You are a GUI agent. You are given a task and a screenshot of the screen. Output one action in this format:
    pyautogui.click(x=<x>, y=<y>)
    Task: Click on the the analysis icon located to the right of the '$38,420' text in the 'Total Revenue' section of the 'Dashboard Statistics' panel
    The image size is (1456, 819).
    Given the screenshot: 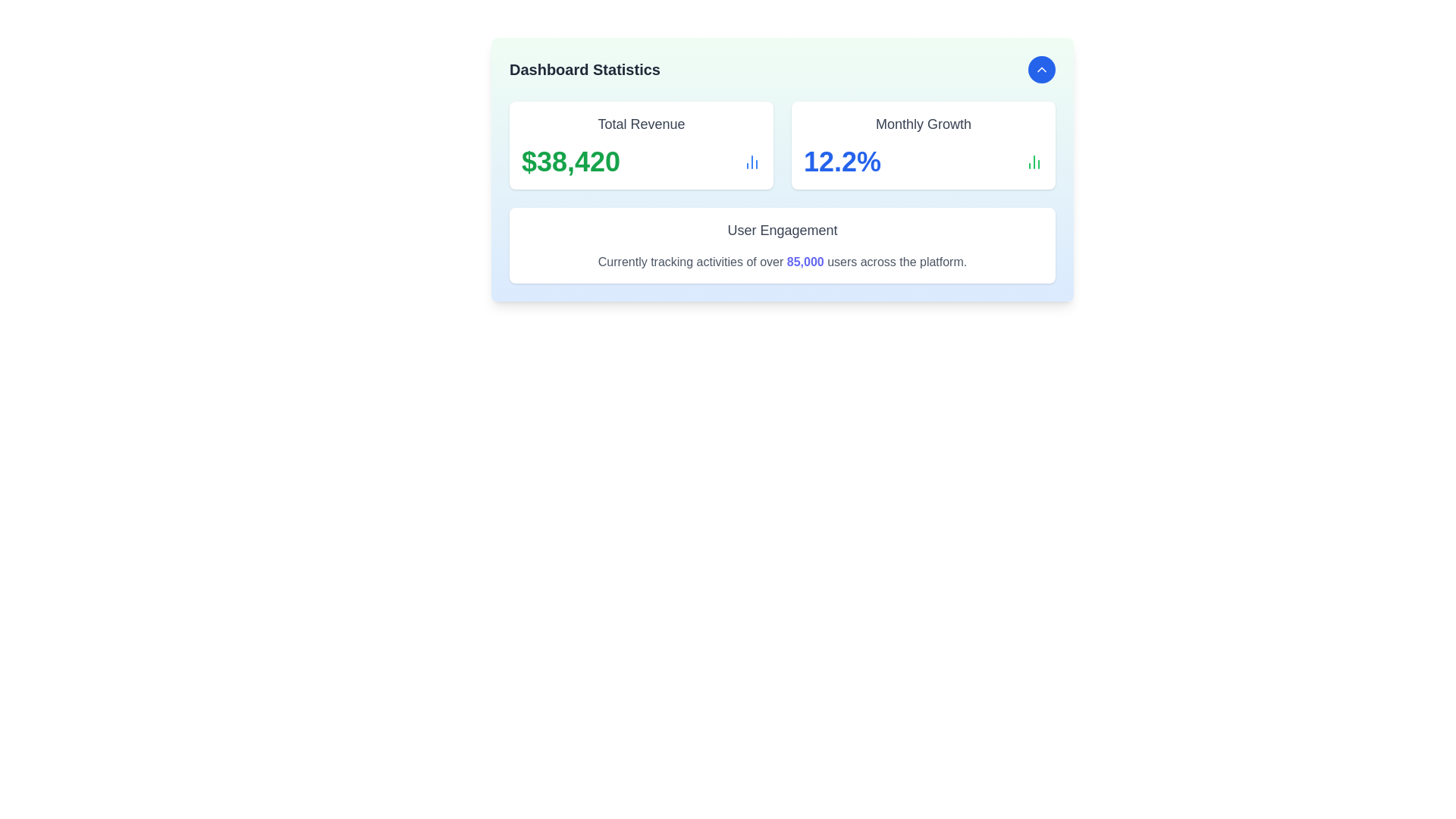 What is the action you would take?
    pyautogui.click(x=752, y=162)
    